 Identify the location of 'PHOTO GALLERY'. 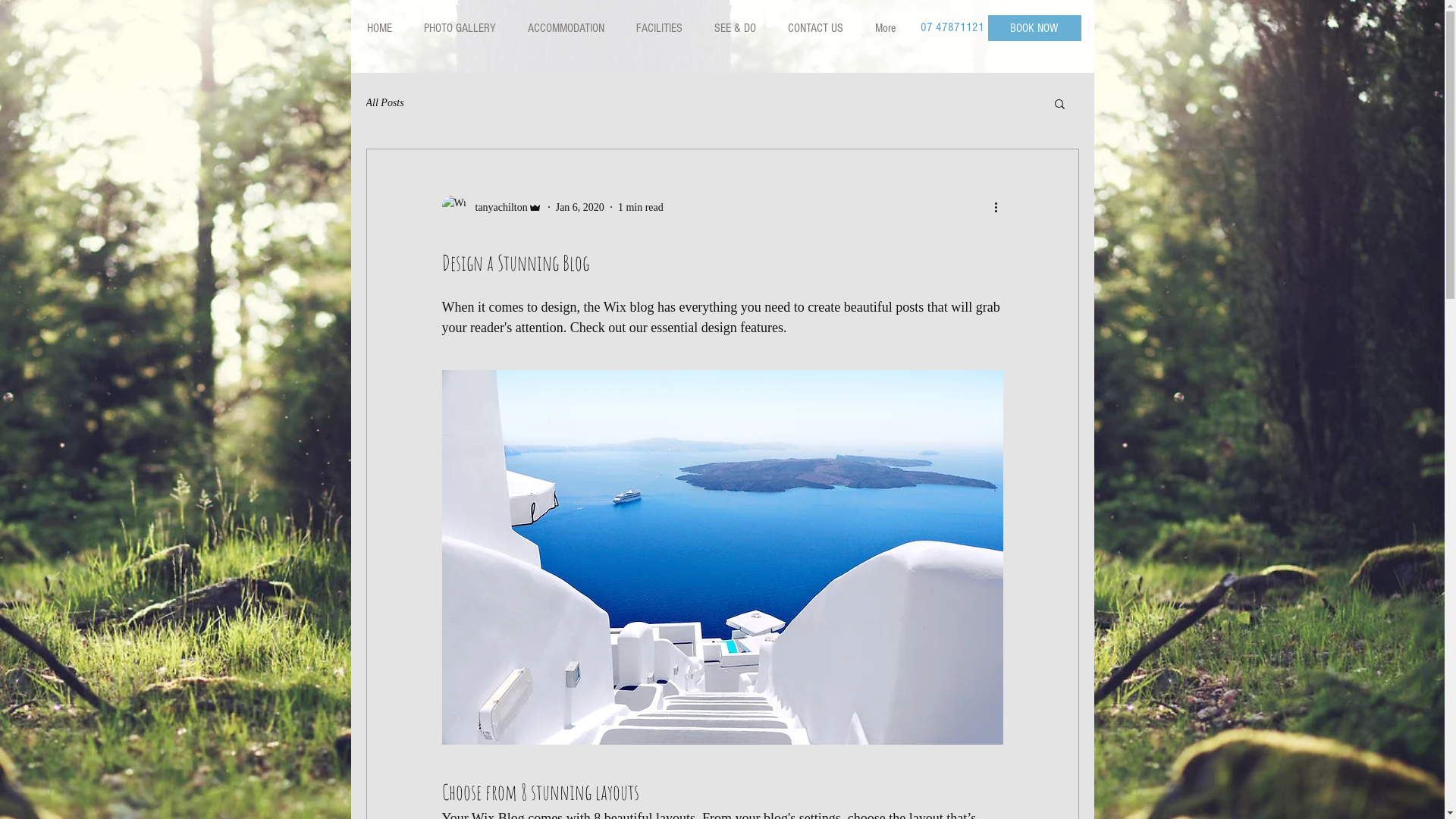
(459, 28).